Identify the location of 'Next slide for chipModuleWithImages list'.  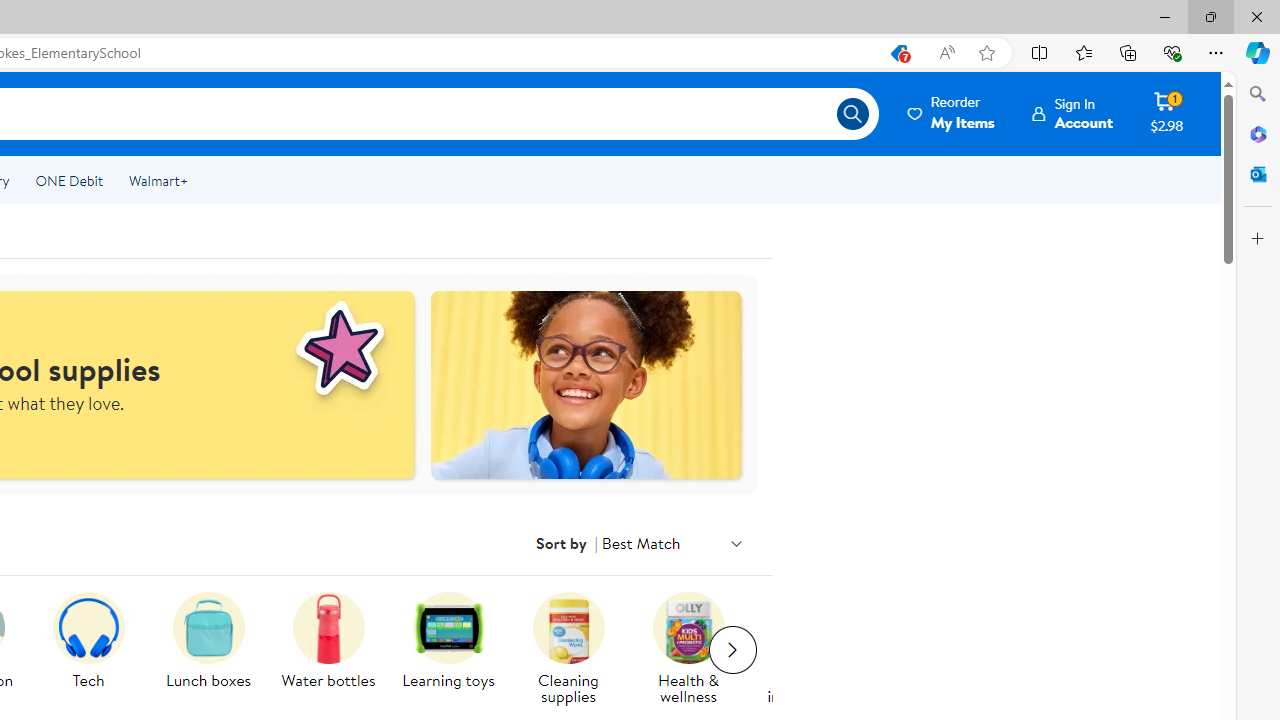
(731, 650).